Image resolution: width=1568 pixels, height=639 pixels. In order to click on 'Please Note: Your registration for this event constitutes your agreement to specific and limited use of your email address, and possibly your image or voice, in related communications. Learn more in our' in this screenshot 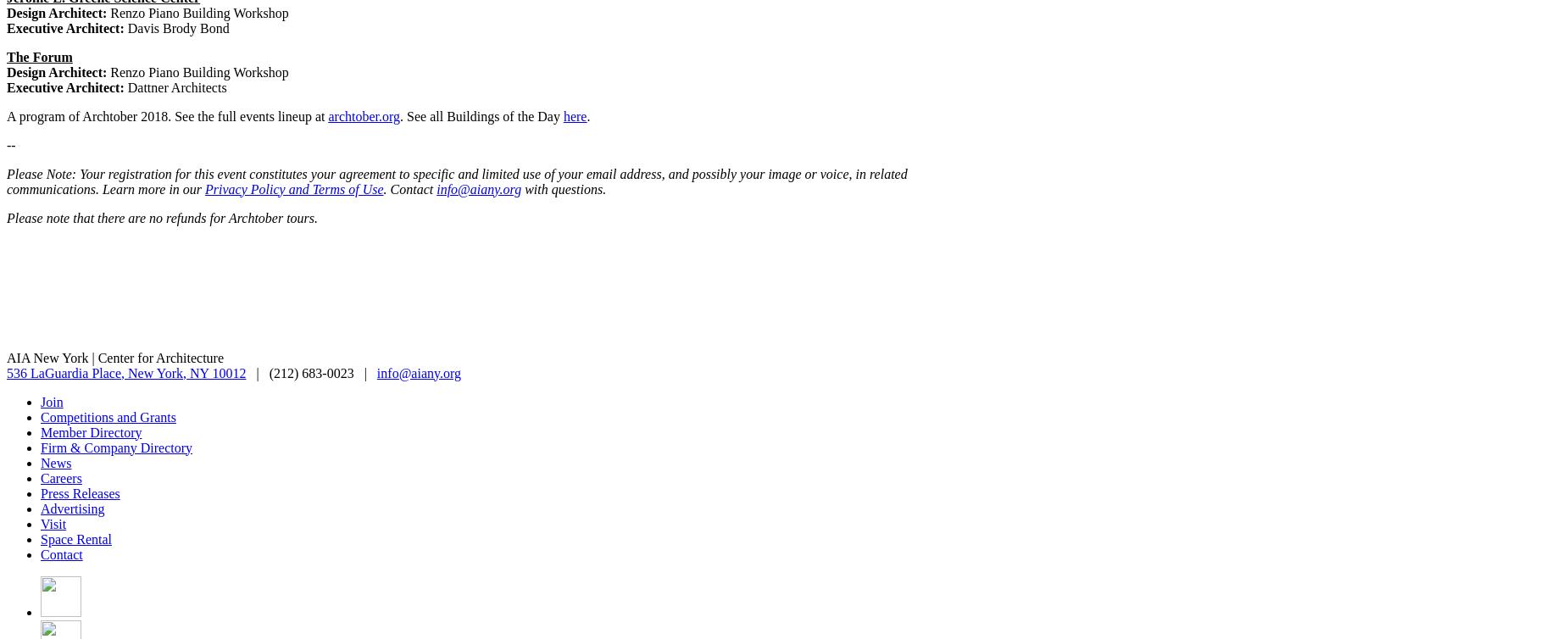, I will do `click(457, 180)`.